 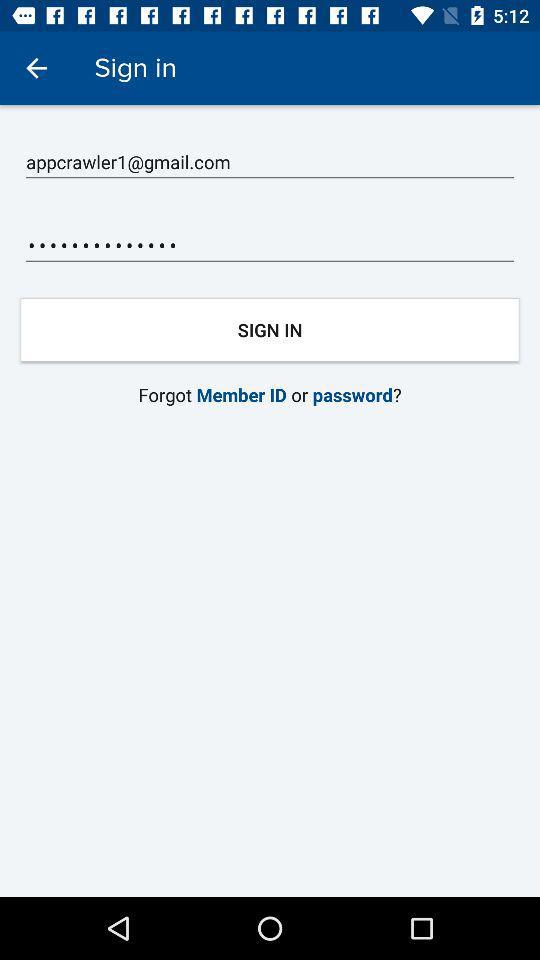 I want to click on the appcrawler1@gmail.com icon, so click(x=270, y=161).